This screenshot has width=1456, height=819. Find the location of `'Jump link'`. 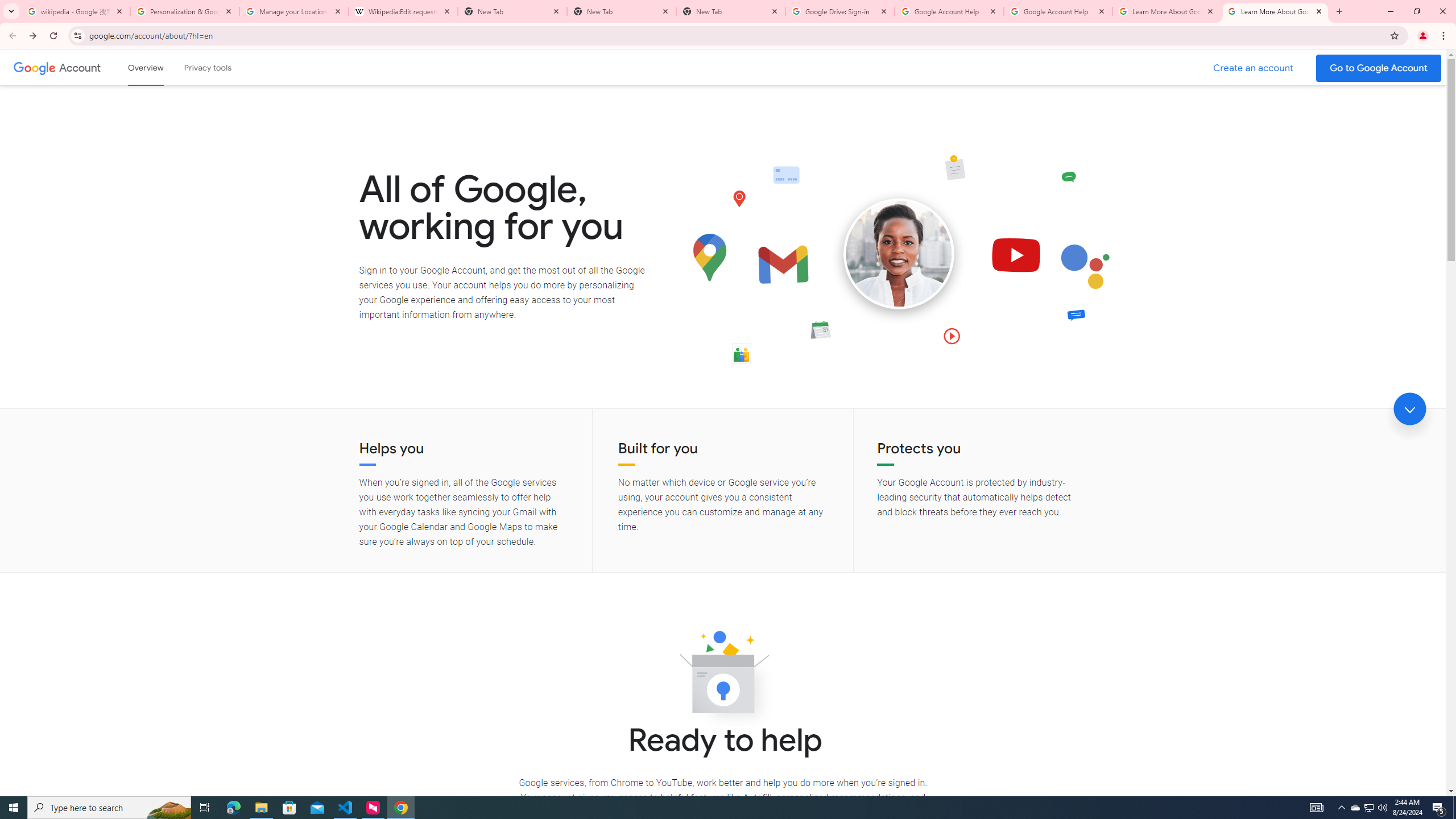

'Jump link' is located at coordinates (1409, 409).